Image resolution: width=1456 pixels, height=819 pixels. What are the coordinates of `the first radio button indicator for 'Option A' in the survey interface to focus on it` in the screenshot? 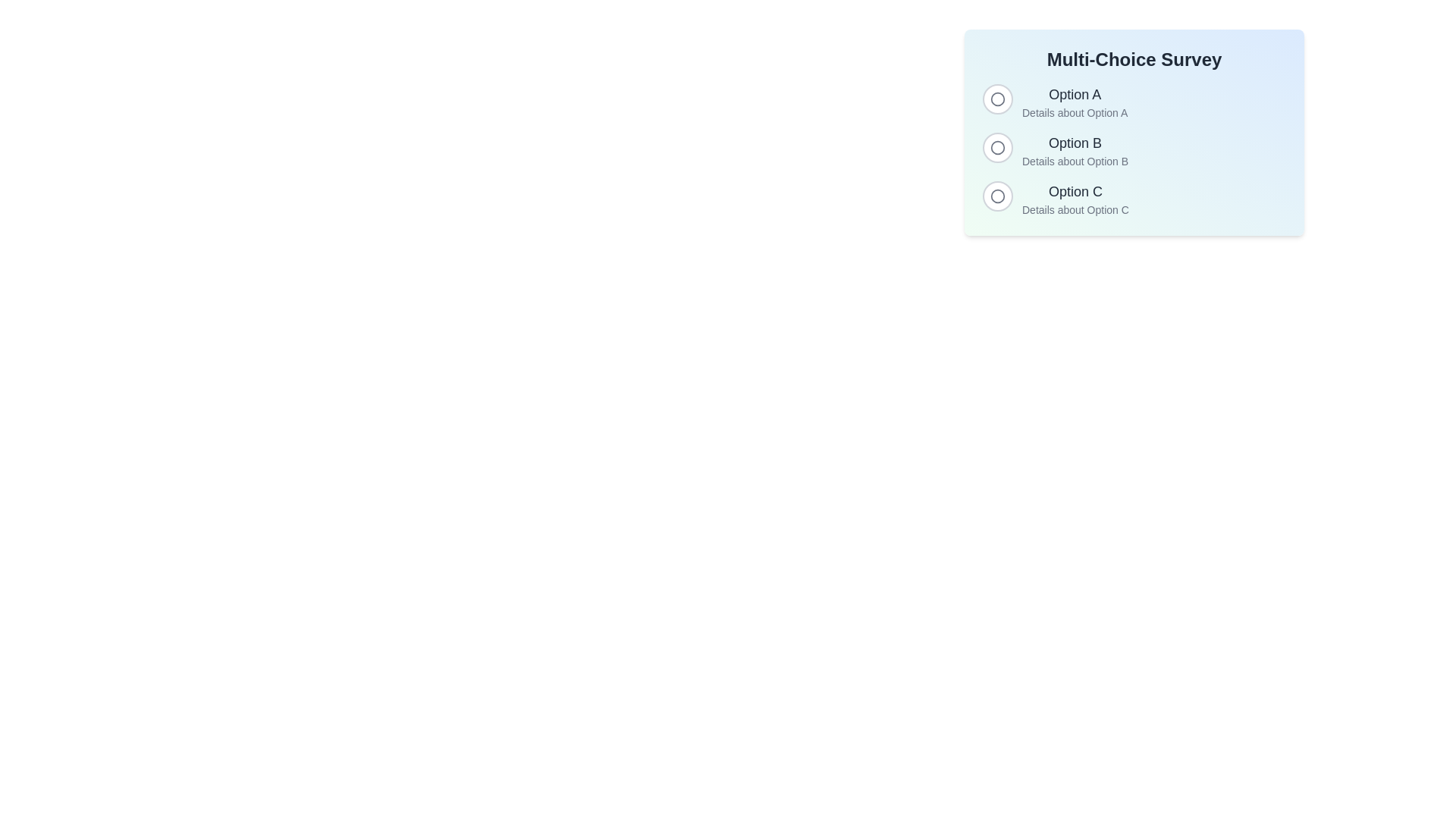 It's located at (997, 99).